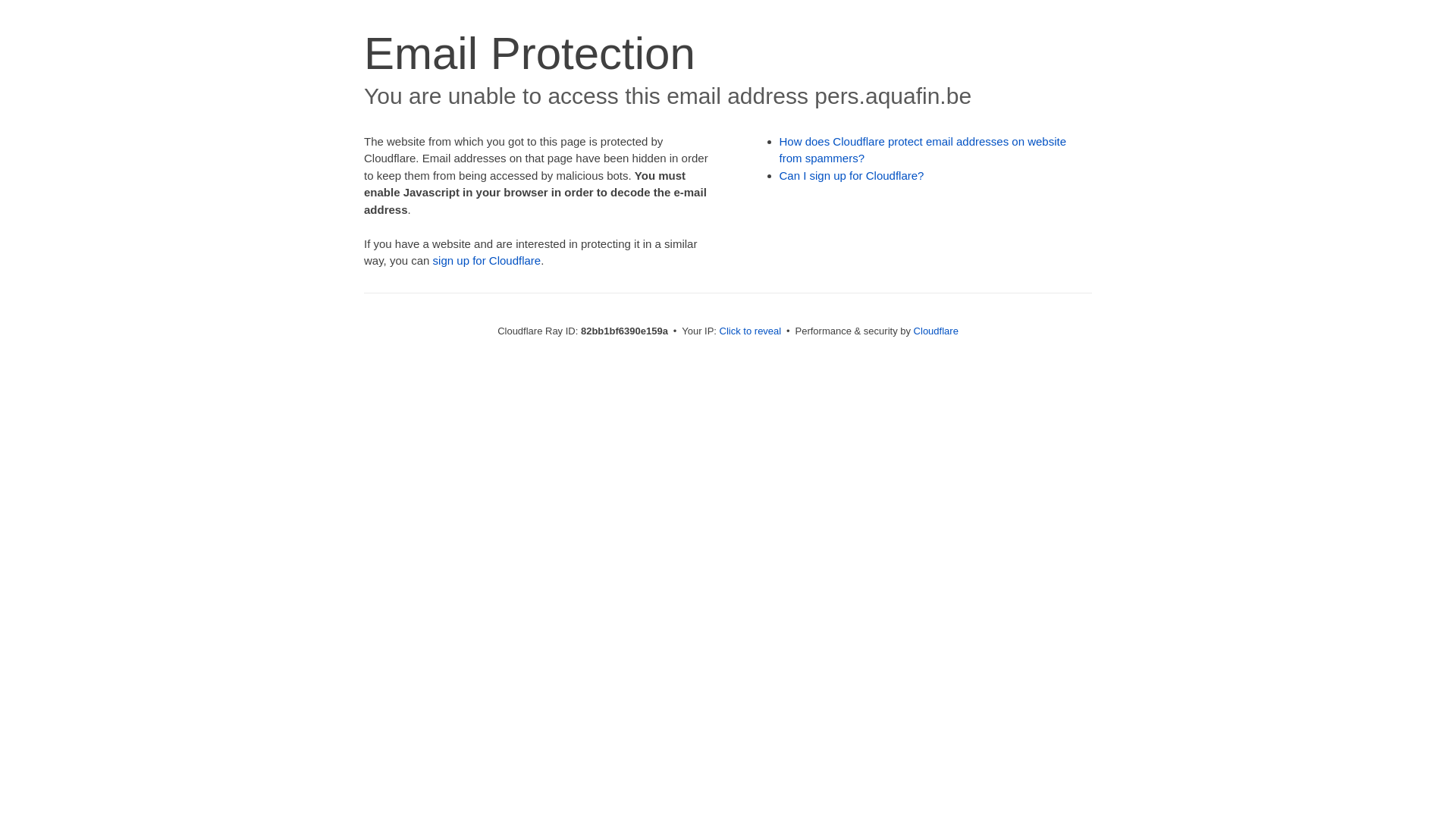 The image size is (1456, 819). What do you see at coordinates (750, 330) in the screenshot?
I see `'Click to reveal'` at bounding box center [750, 330].